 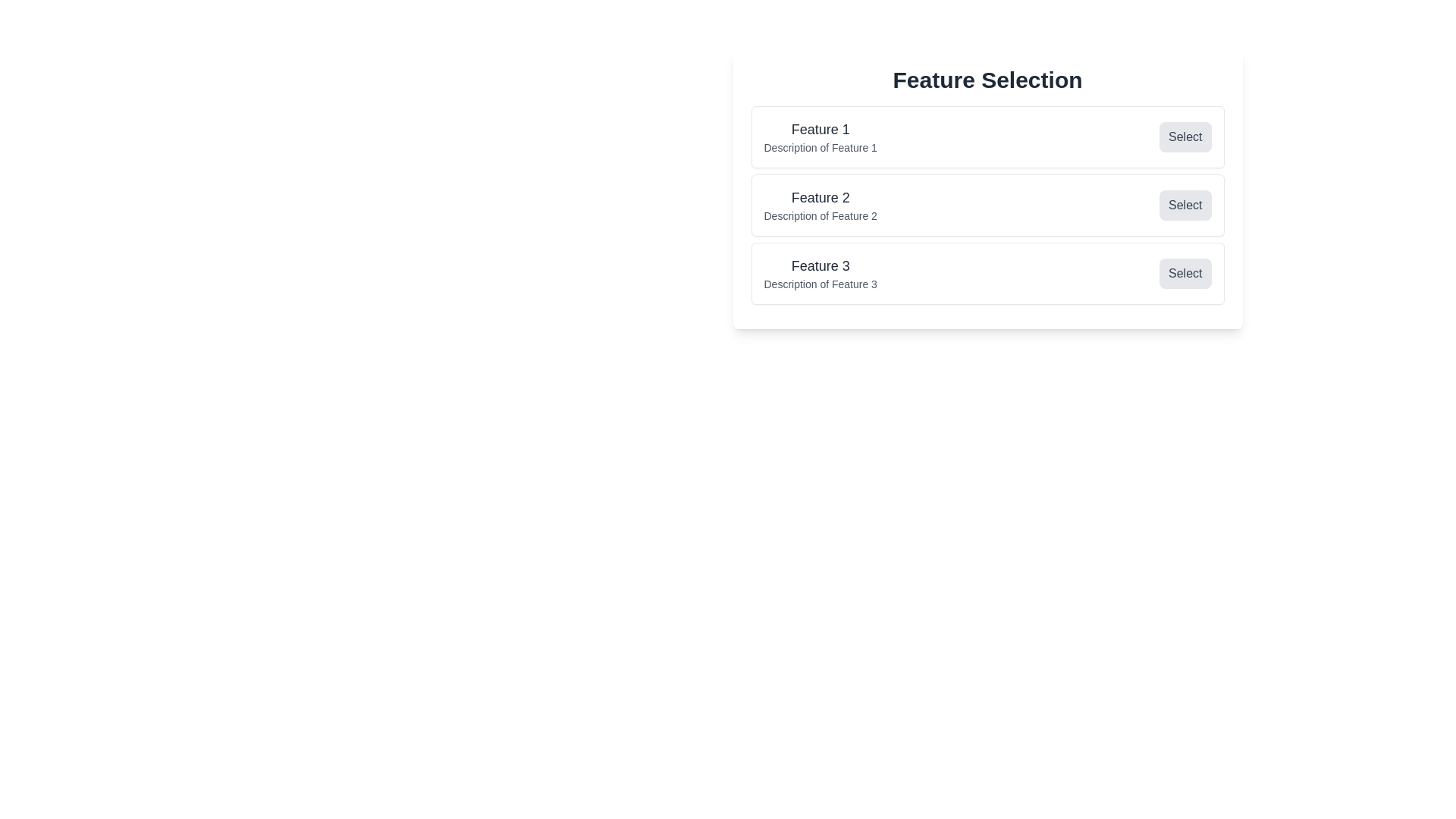 What do you see at coordinates (820, 274) in the screenshot?
I see `the Label with Description for 'Feature 3' located in the third row of the vertically stacked list, positioned to the left of the 'Select' button` at bounding box center [820, 274].